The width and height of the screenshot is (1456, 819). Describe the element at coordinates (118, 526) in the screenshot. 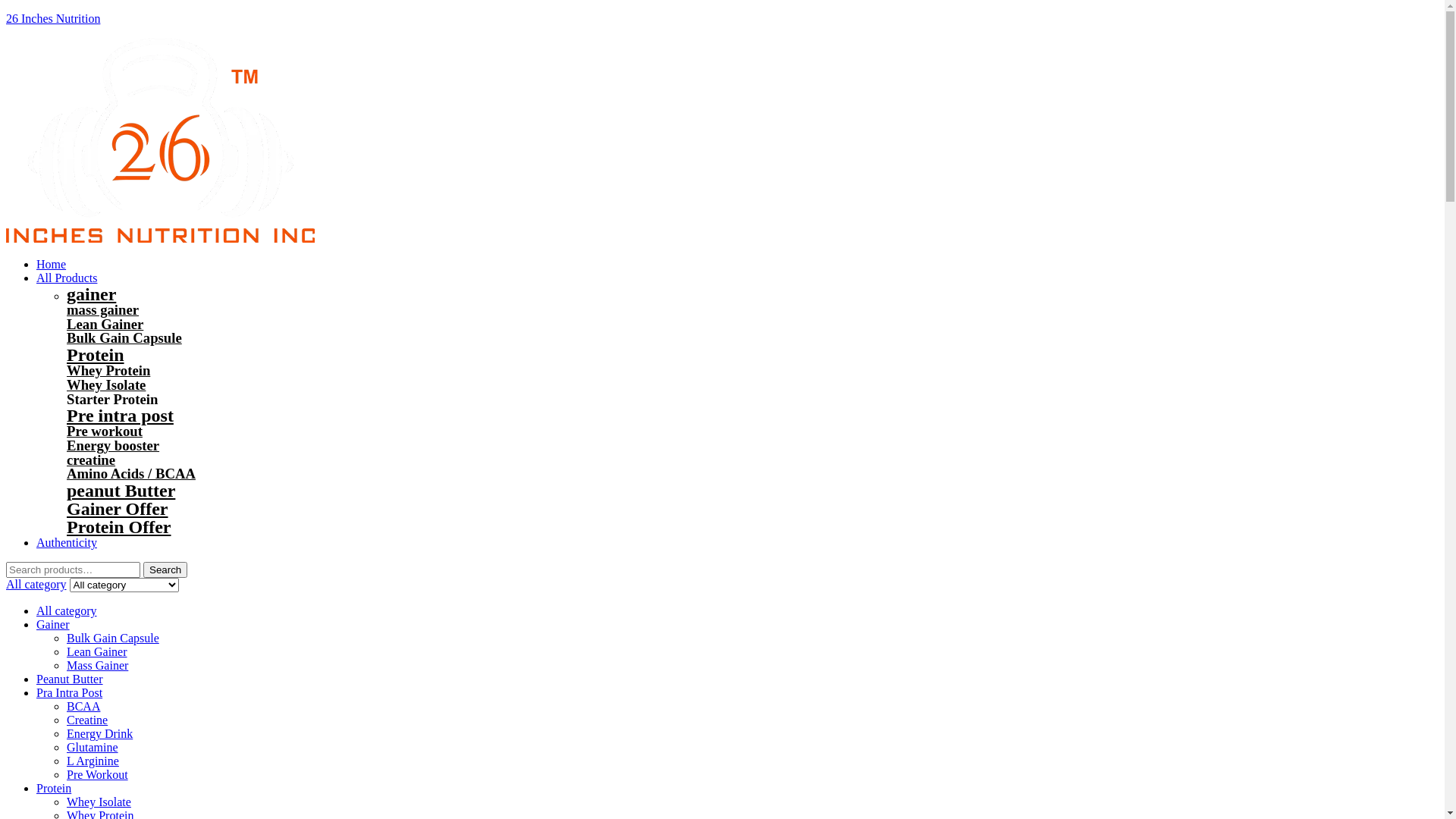

I see `'Protein Offer'` at that location.